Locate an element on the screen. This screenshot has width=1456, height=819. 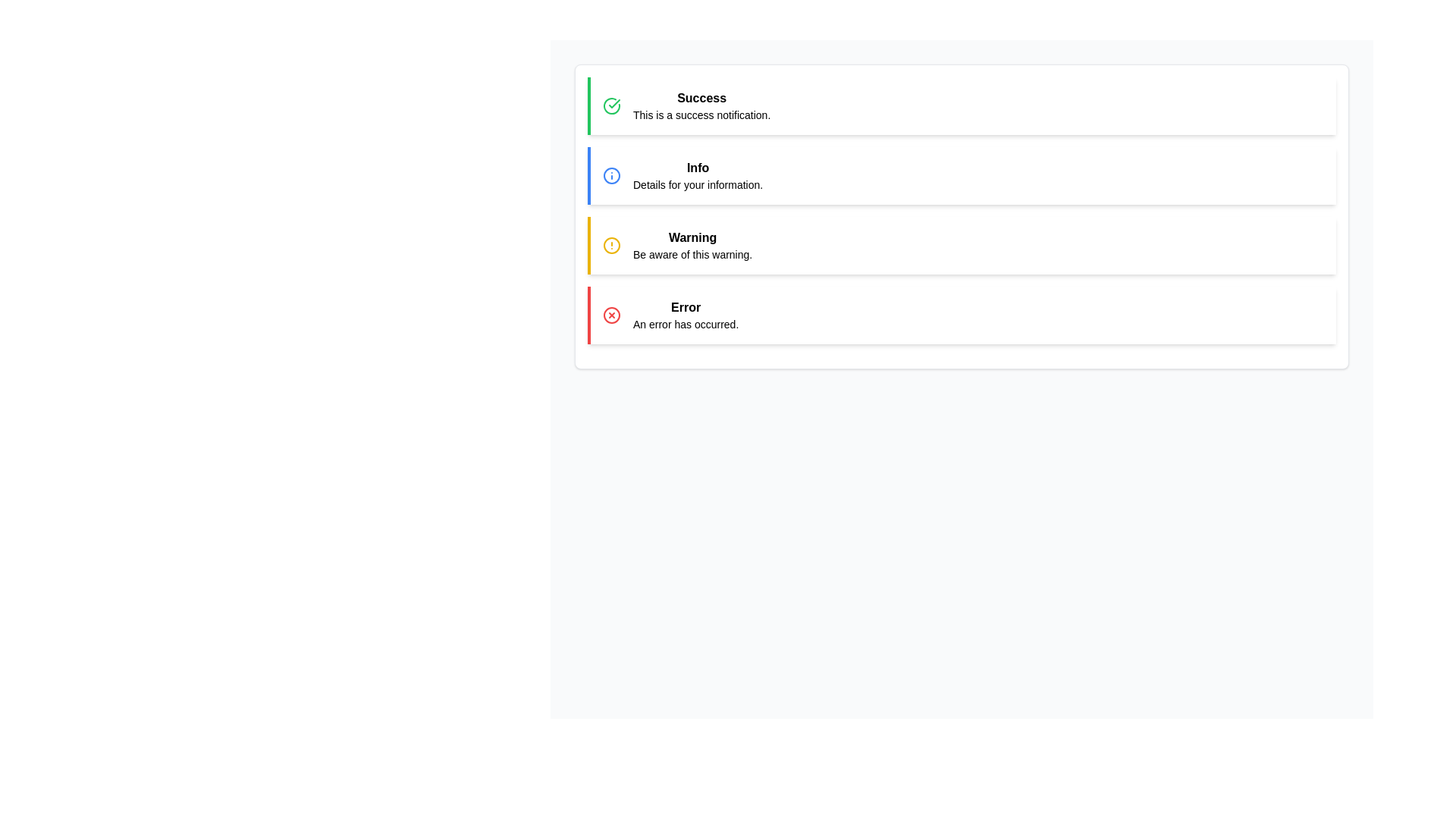
the bolded 'Success' label displayed prominently within a green-bordered notification card, which indicates success is located at coordinates (701, 99).